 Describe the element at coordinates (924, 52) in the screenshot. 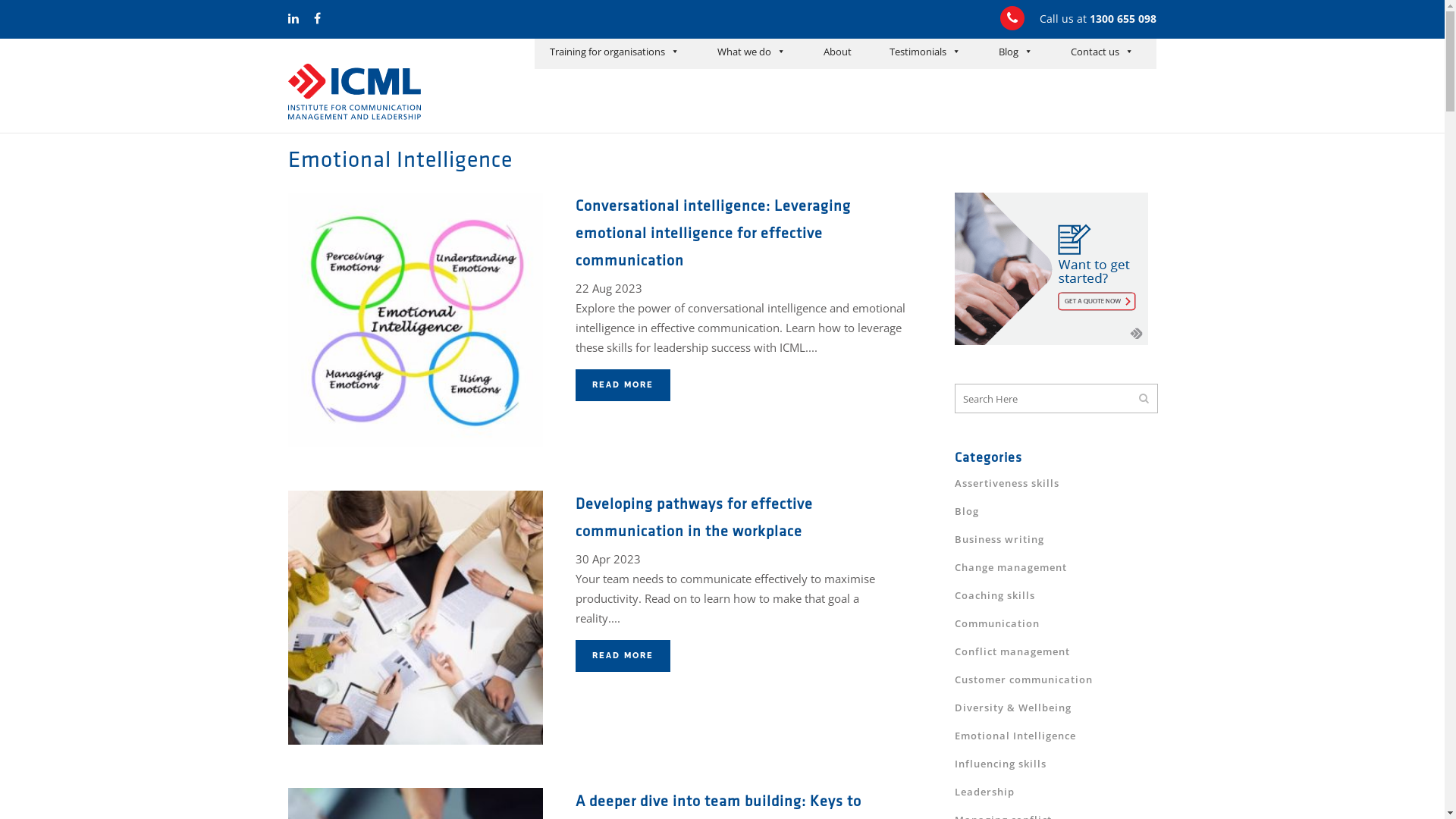

I see `'Testimonials'` at that location.